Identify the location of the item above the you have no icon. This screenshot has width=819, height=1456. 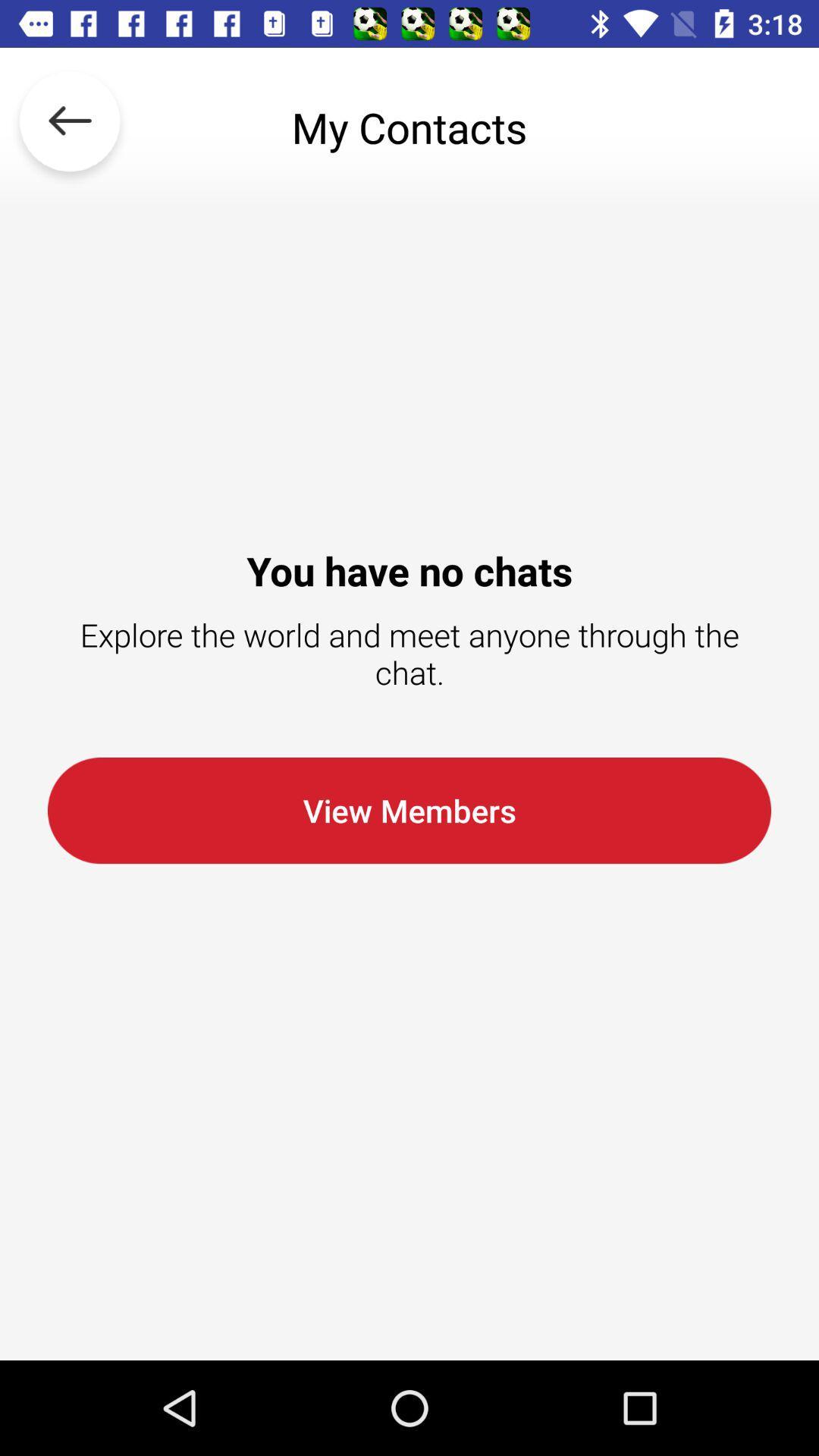
(70, 127).